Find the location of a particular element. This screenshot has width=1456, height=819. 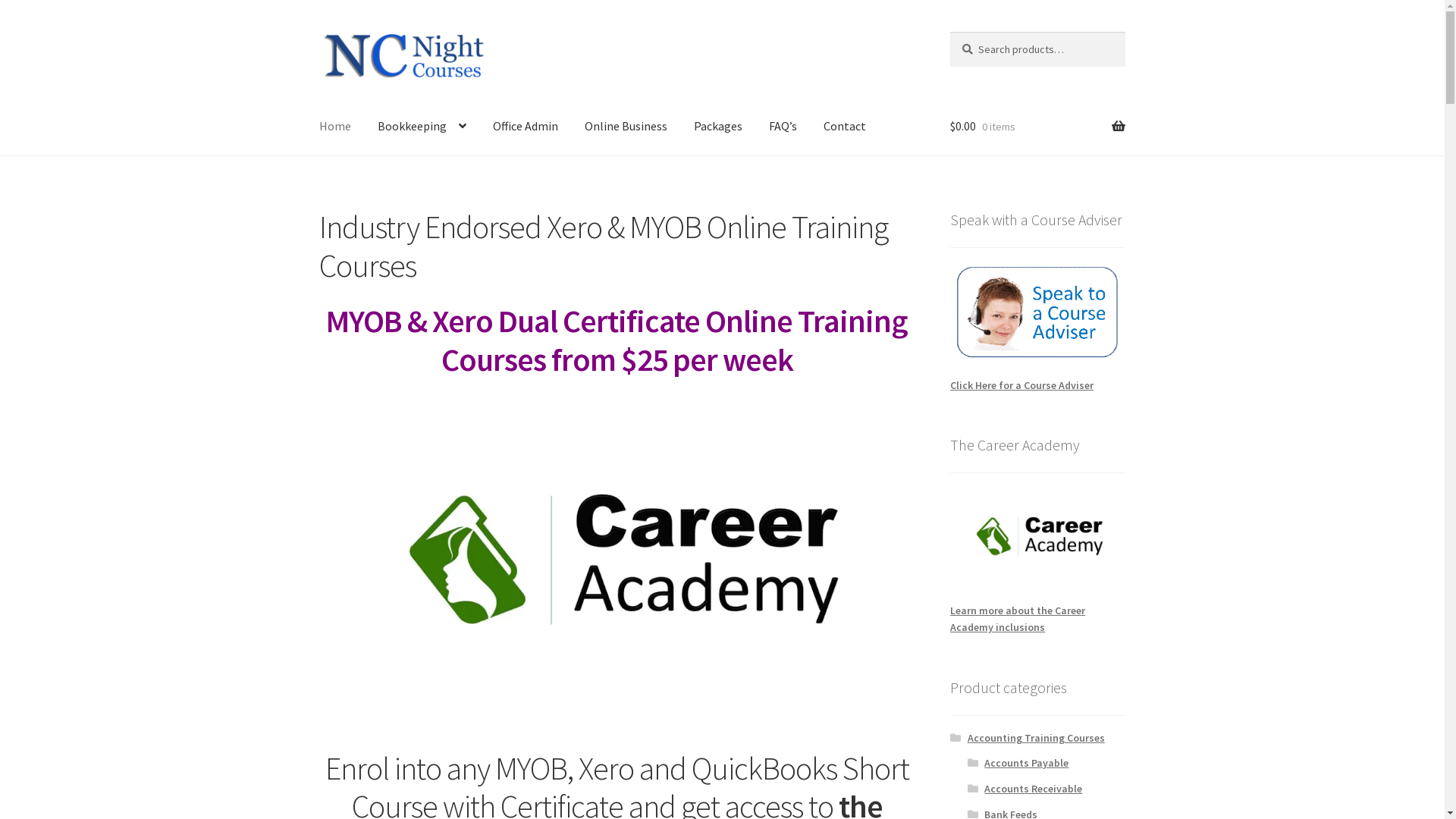

'Accounting Training Courses' is located at coordinates (967, 736).